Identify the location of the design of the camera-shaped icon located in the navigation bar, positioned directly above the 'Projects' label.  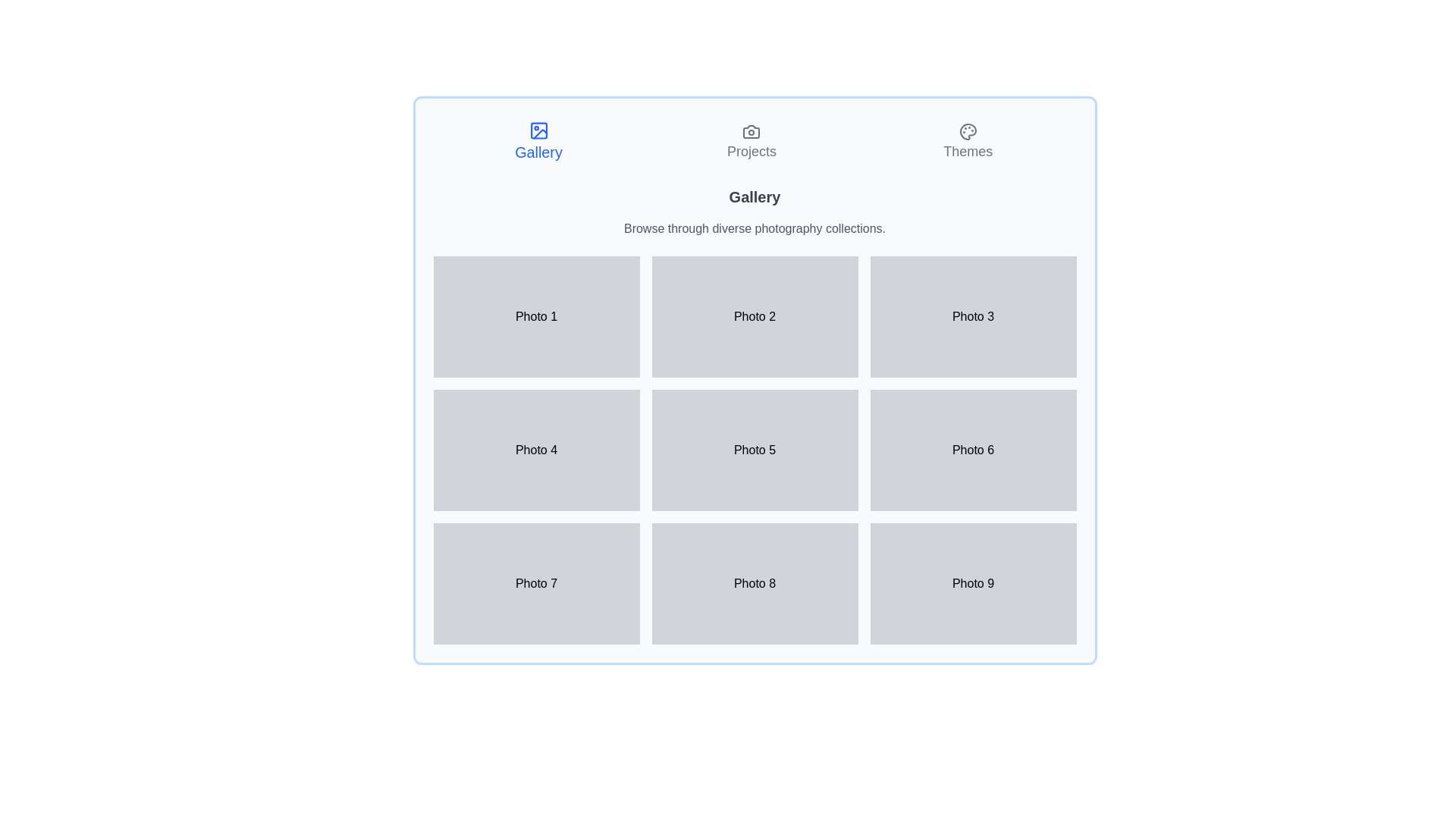
(752, 130).